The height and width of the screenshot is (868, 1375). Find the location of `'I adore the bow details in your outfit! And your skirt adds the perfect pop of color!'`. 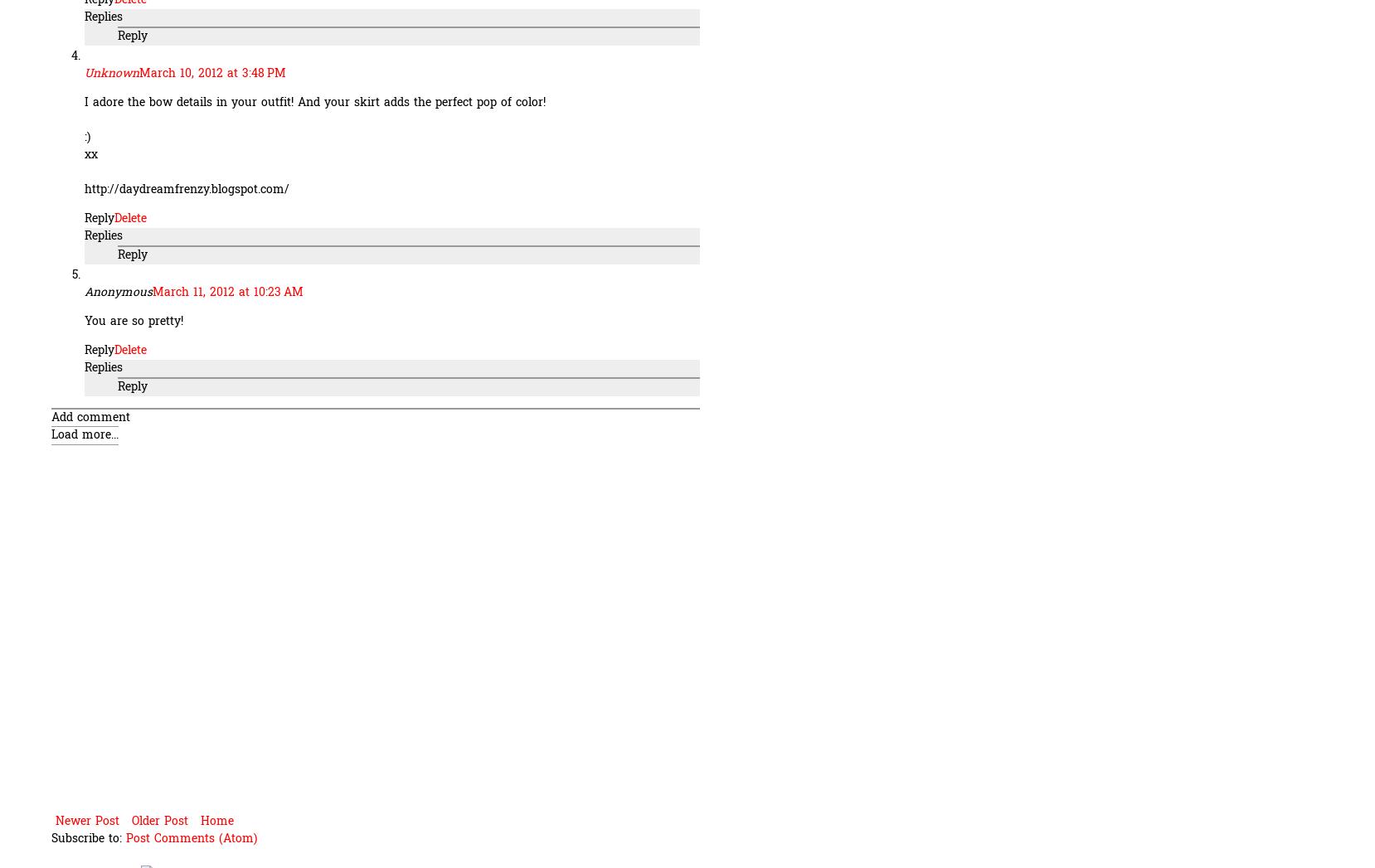

'I adore the bow details in your outfit! And your skirt adds the perfect pop of color!' is located at coordinates (314, 101).